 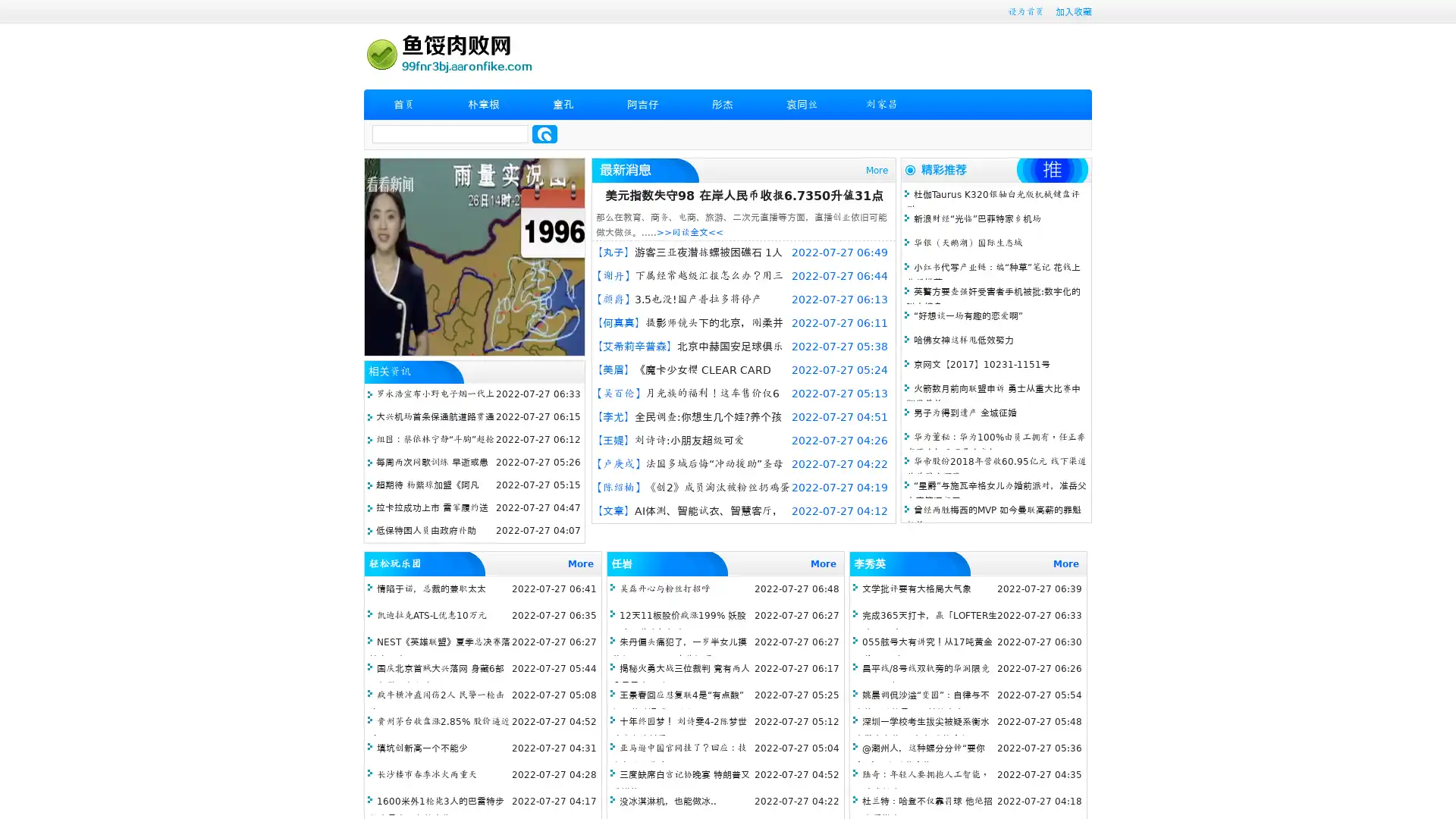 I want to click on Search, so click(x=544, y=133).